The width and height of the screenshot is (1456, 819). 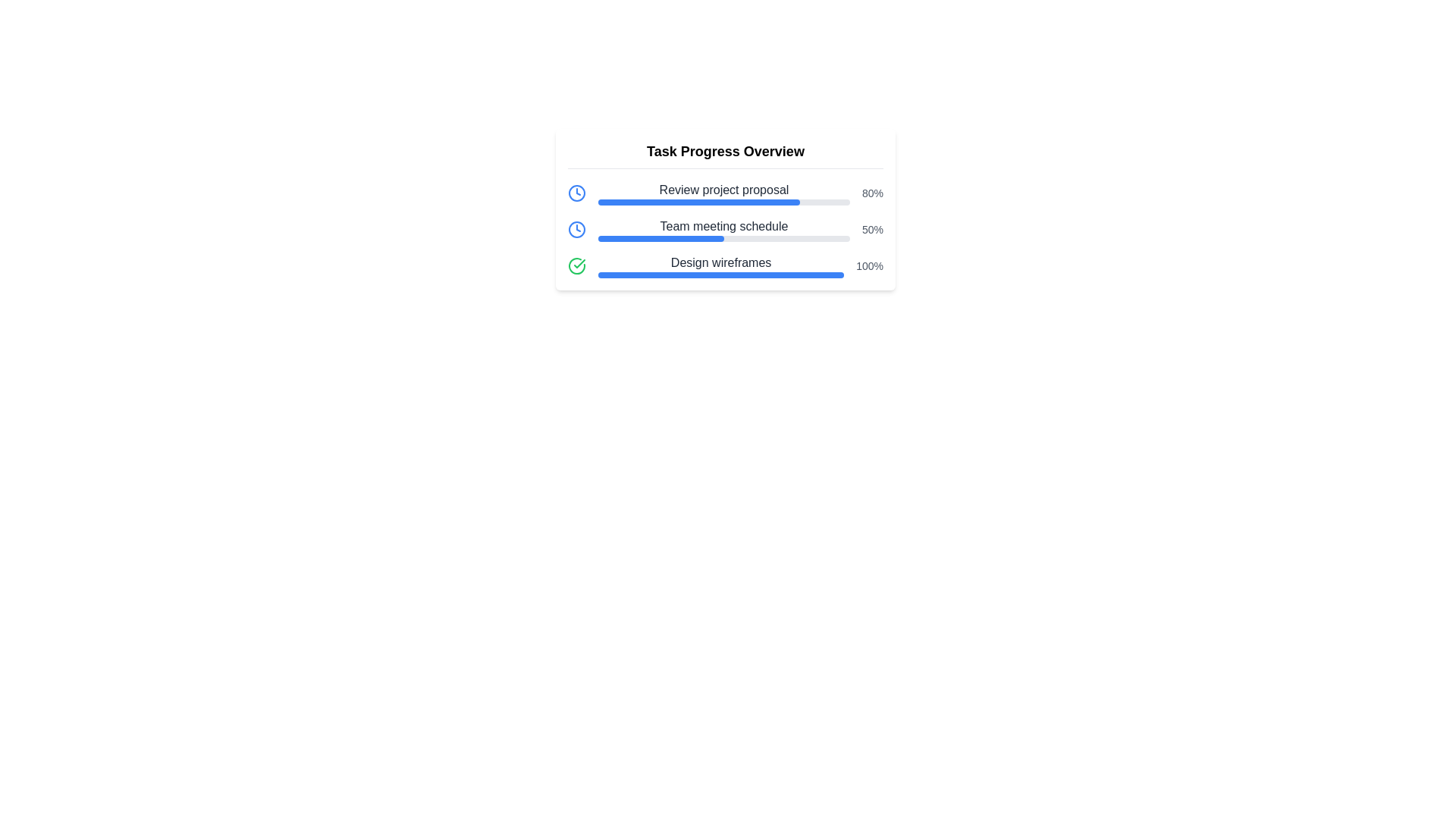 I want to click on the blue progress bar representing 50% completion, which is the second in a list of three progress bars and is associated with the text 'Team meeting schedule', so click(x=661, y=239).